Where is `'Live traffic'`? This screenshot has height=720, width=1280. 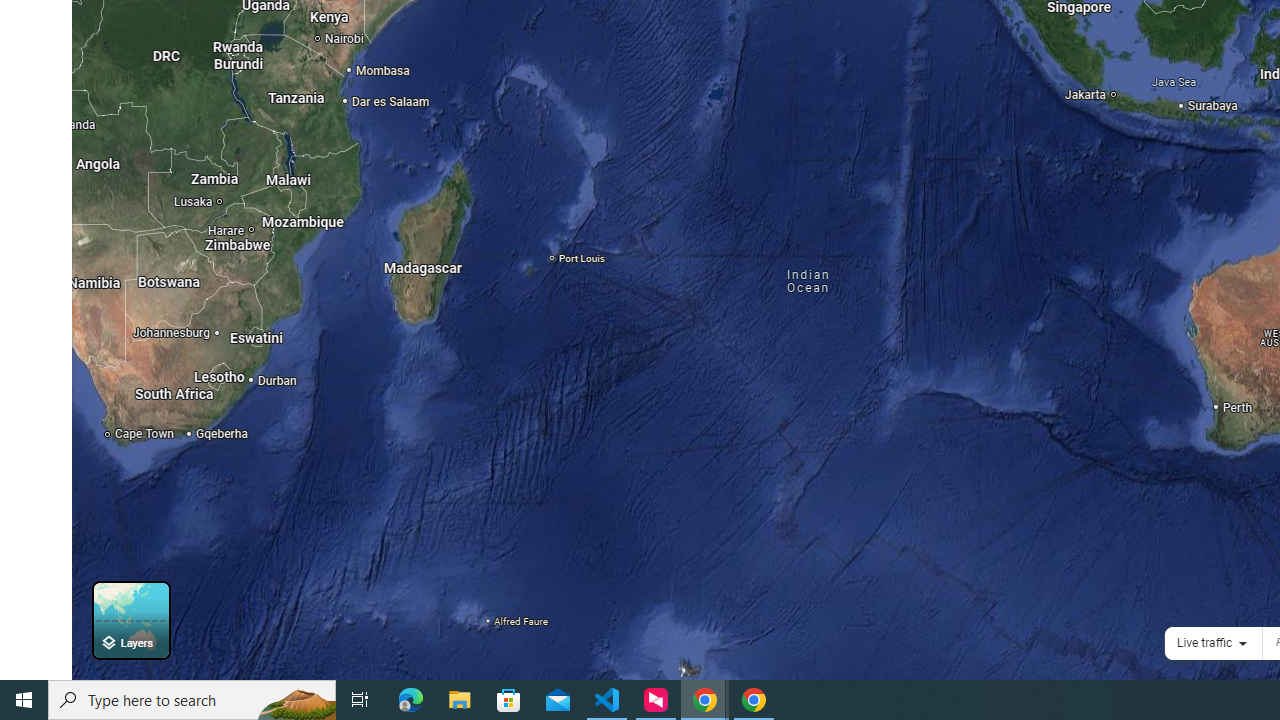 'Live traffic' is located at coordinates (1203, 642).